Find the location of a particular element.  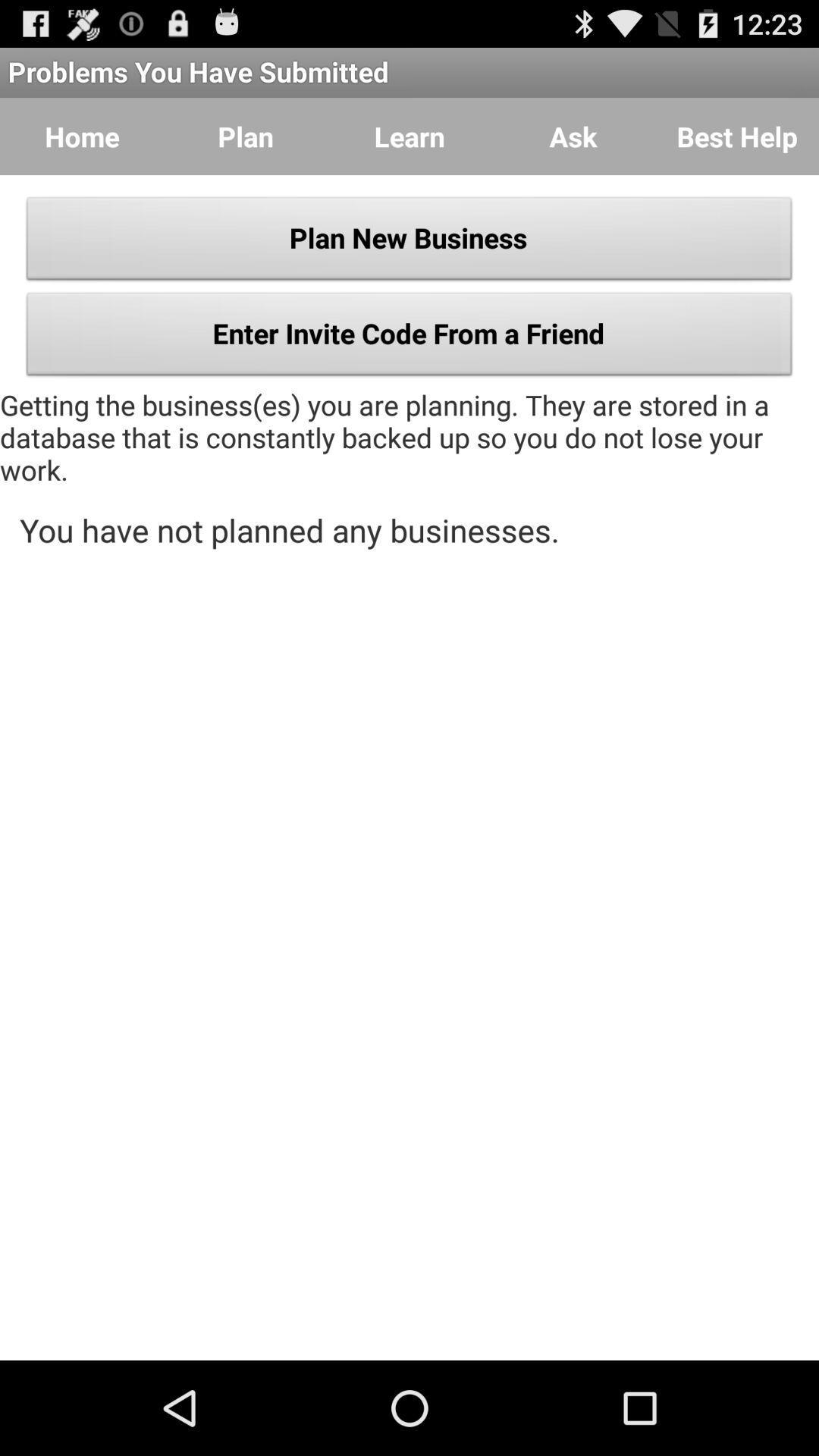

ask icon is located at coordinates (573, 136).